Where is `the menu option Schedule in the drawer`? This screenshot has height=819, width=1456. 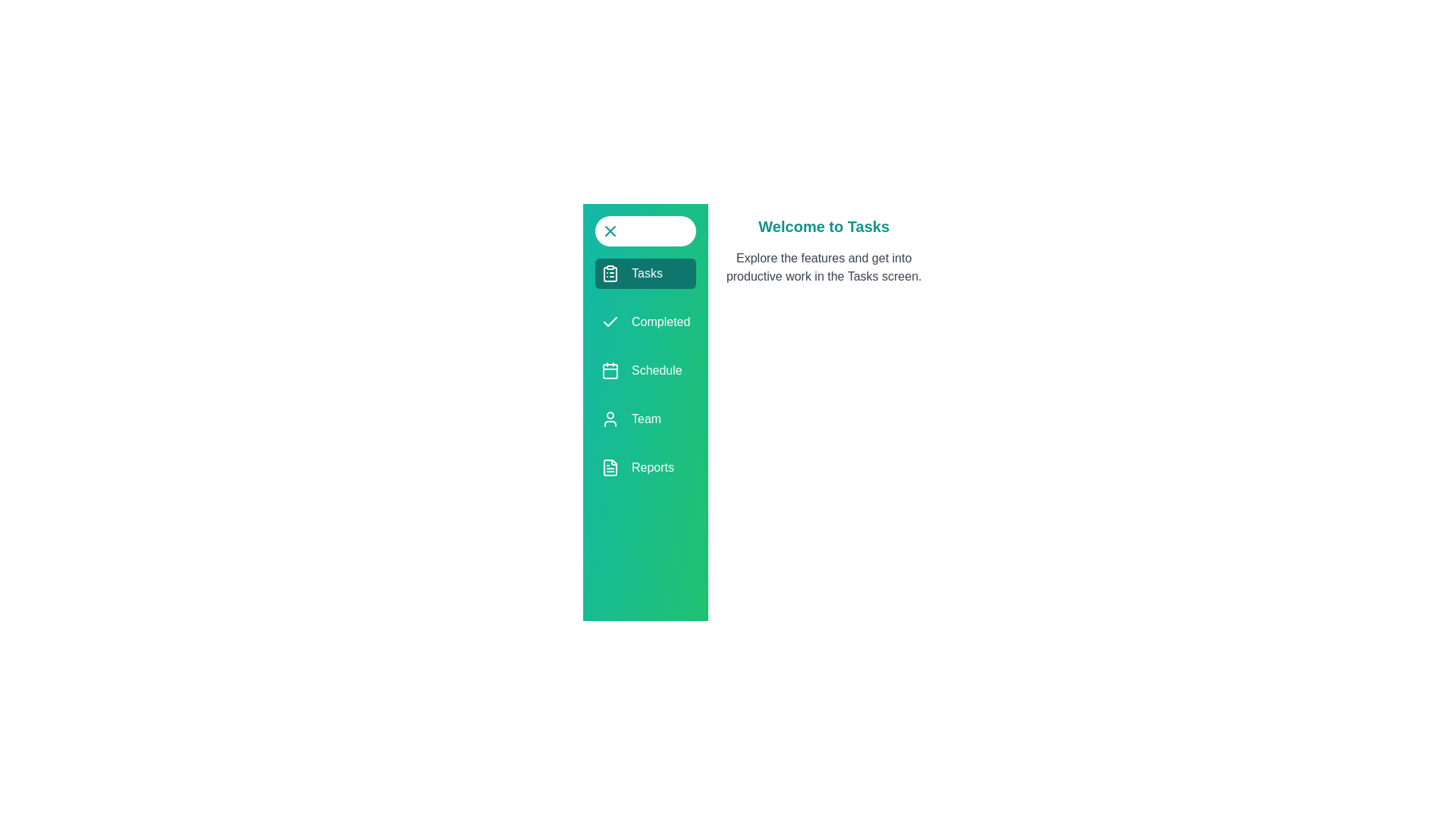
the menu option Schedule in the drawer is located at coordinates (645, 371).